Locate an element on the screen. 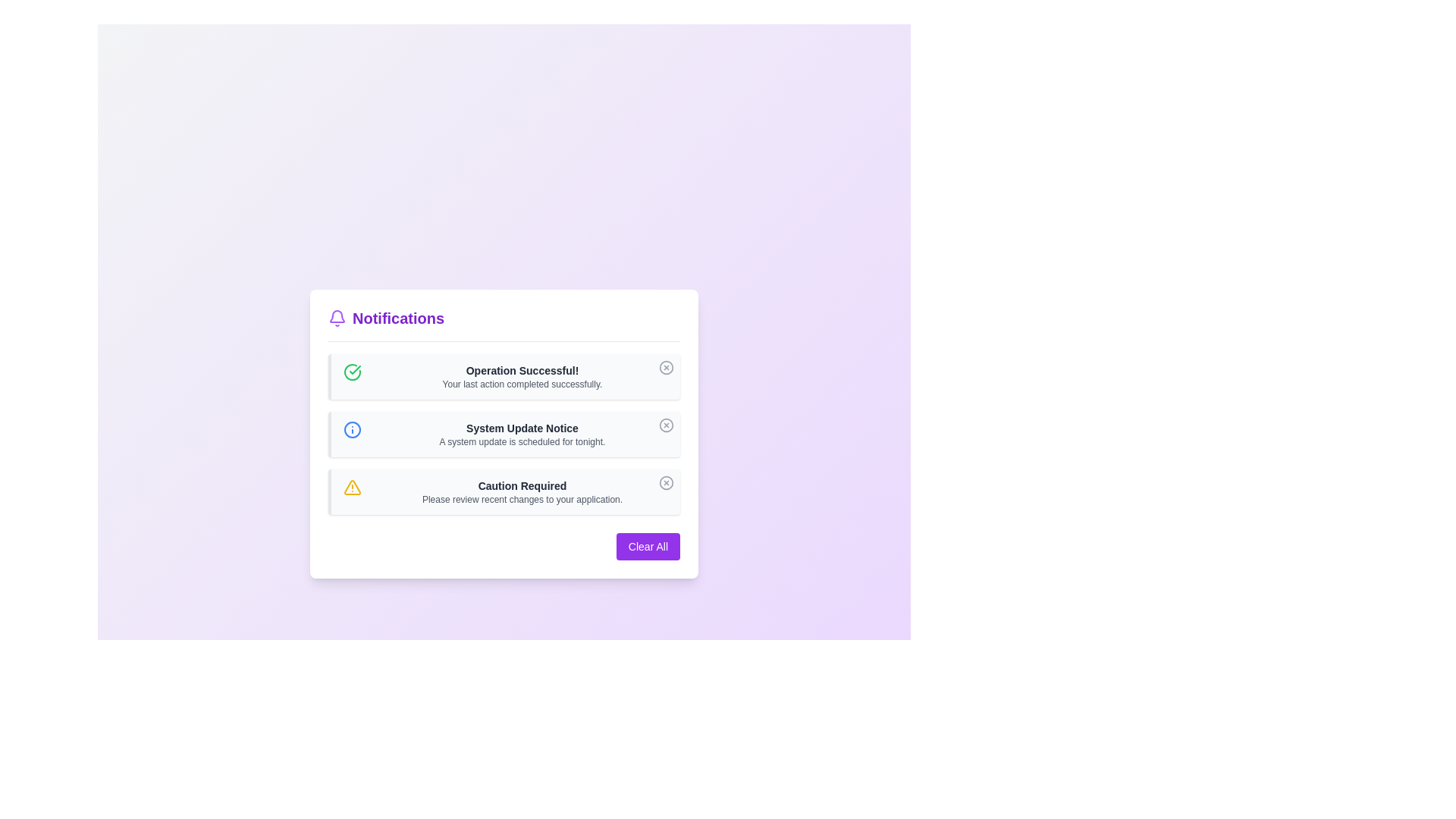  the close button, styled as a circular icon, located at the top-right corner of the 'System Update Notice' notification is located at coordinates (666, 425).